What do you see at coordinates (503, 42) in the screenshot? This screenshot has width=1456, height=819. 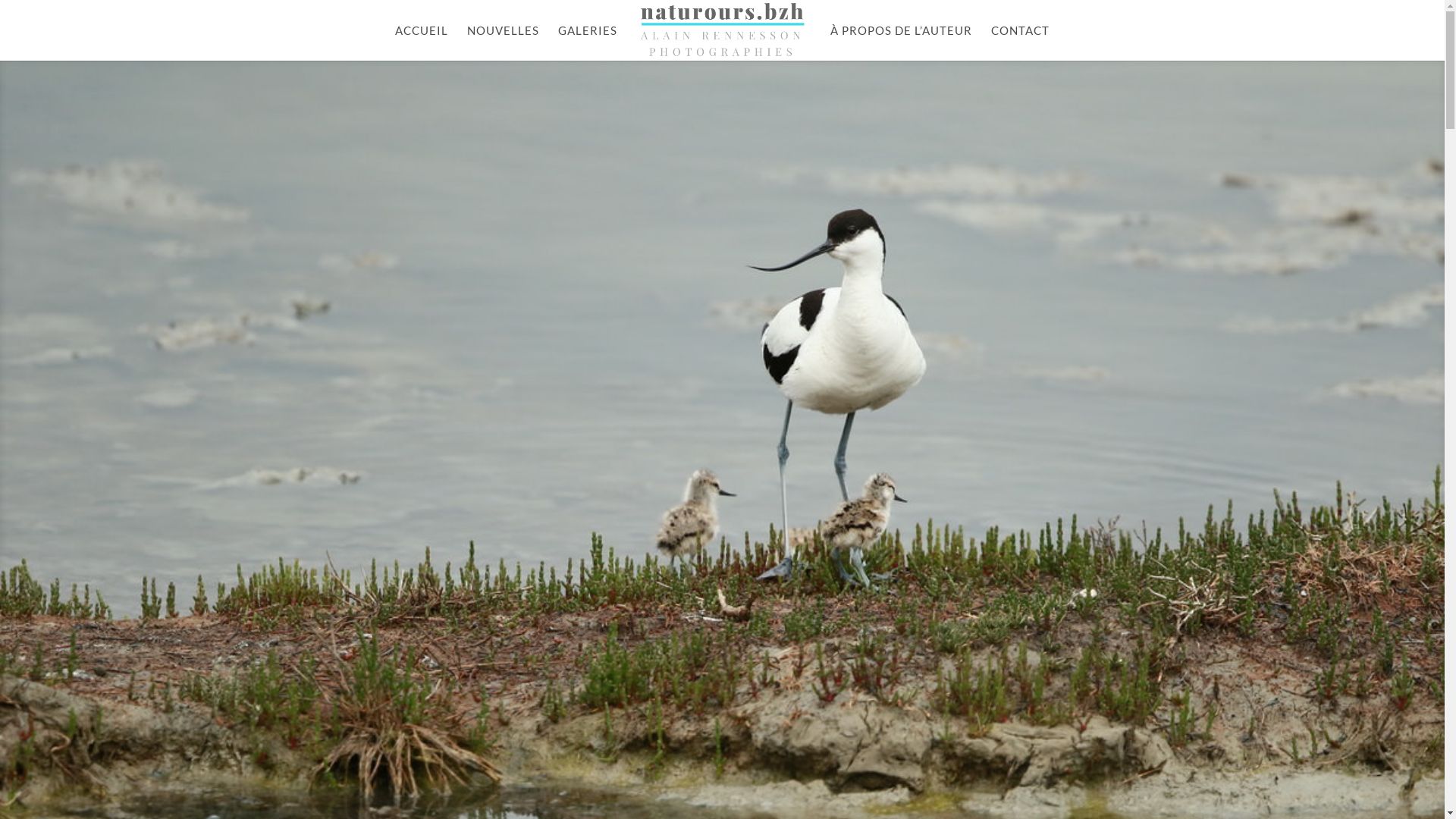 I see `'NOUVELLES'` at bounding box center [503, 42].